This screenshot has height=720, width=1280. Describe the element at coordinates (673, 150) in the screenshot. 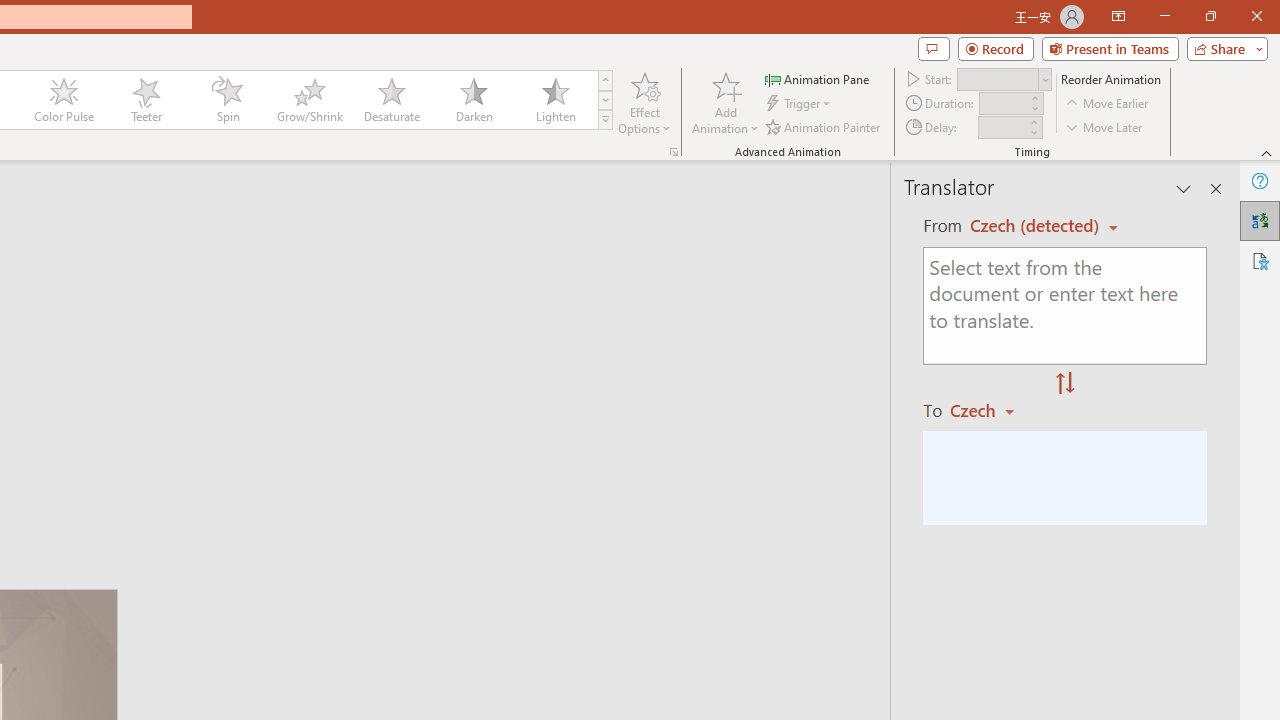

I see `'More Options...'` at that location.